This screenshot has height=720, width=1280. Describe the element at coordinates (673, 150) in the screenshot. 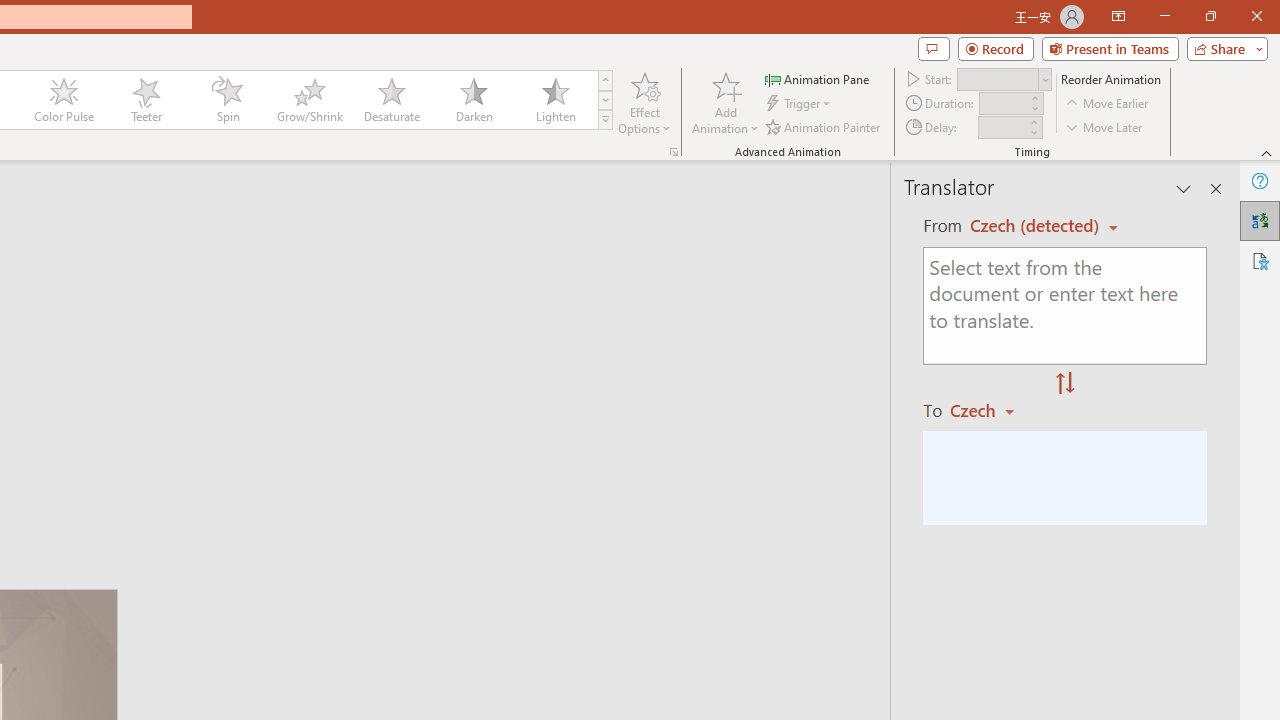

I see `'More Options...'` at that location.